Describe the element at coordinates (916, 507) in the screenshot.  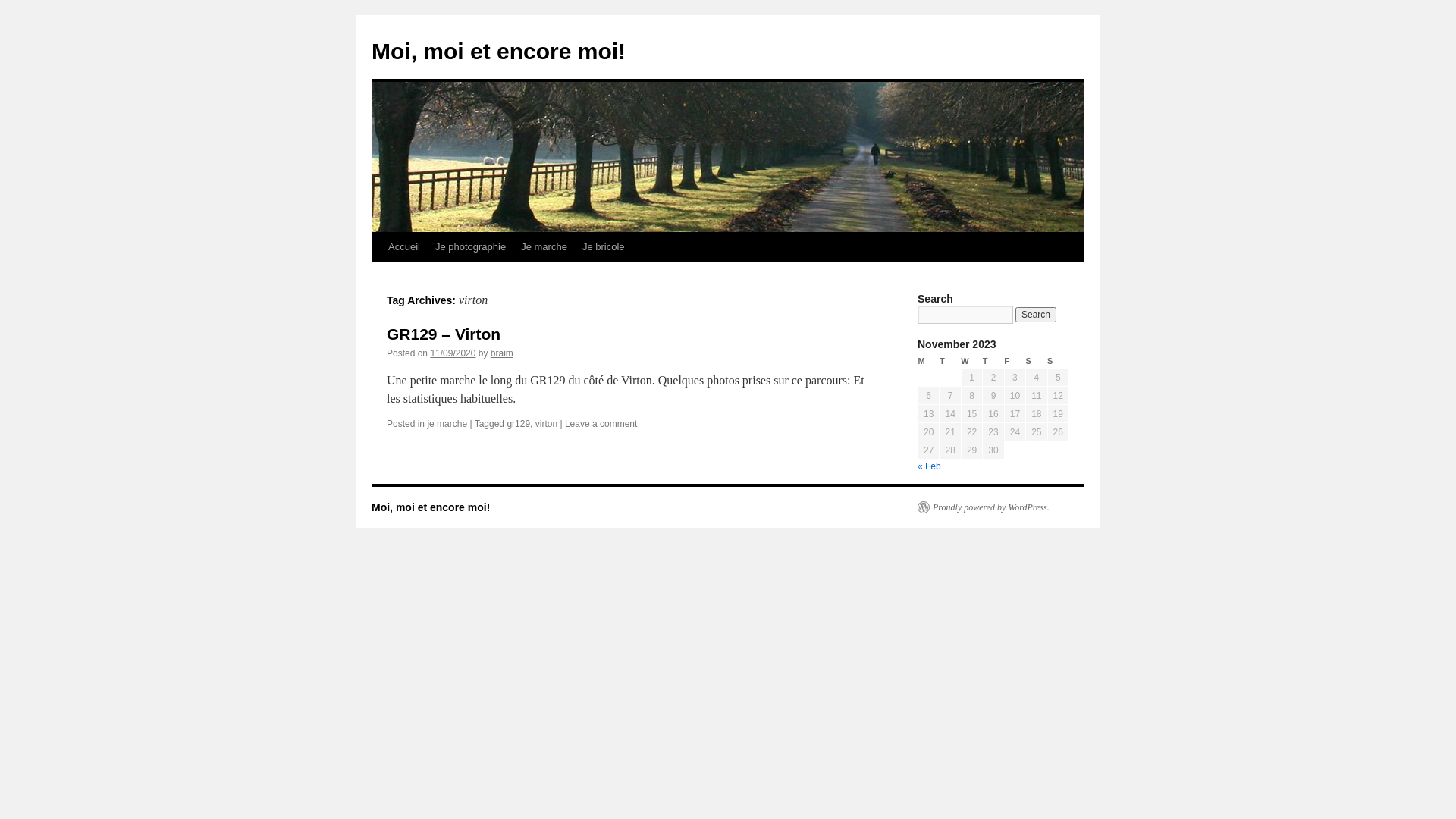
I see `'Proudly powered by WordPress.'` at that location.